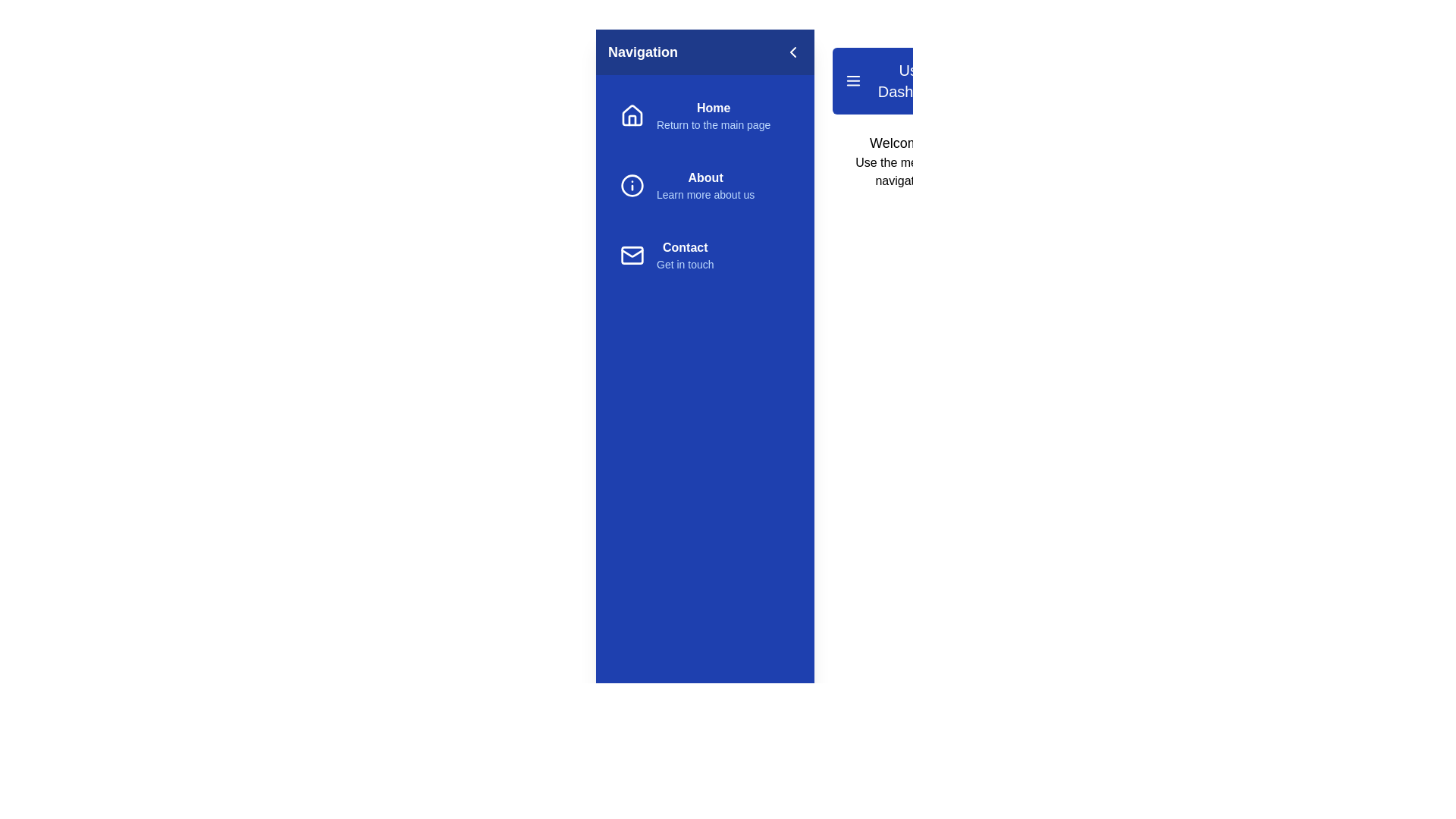 The width and height of the screenshot is (1456, 819). What do you see at coordinates (704, 115) in the screenshot?
I see `the navigation menu item Home` at bounding box center [704, 115].